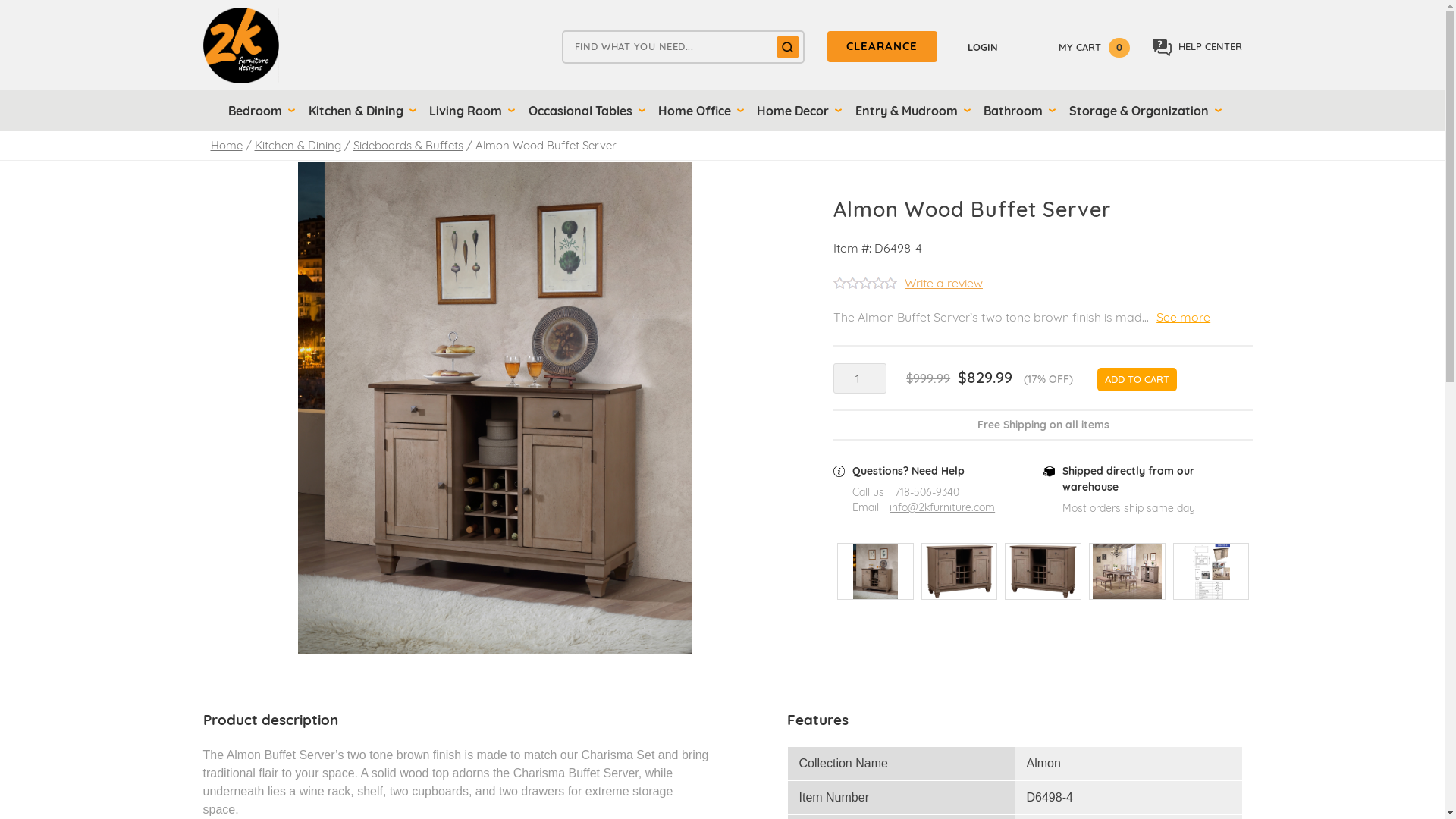 Image resolution: width=1456 pixels, height=819 pixels. What do you see at coordinates (698, 110) in the screenshot?
I see `'Home Office'` at bounding box center [698, 110].